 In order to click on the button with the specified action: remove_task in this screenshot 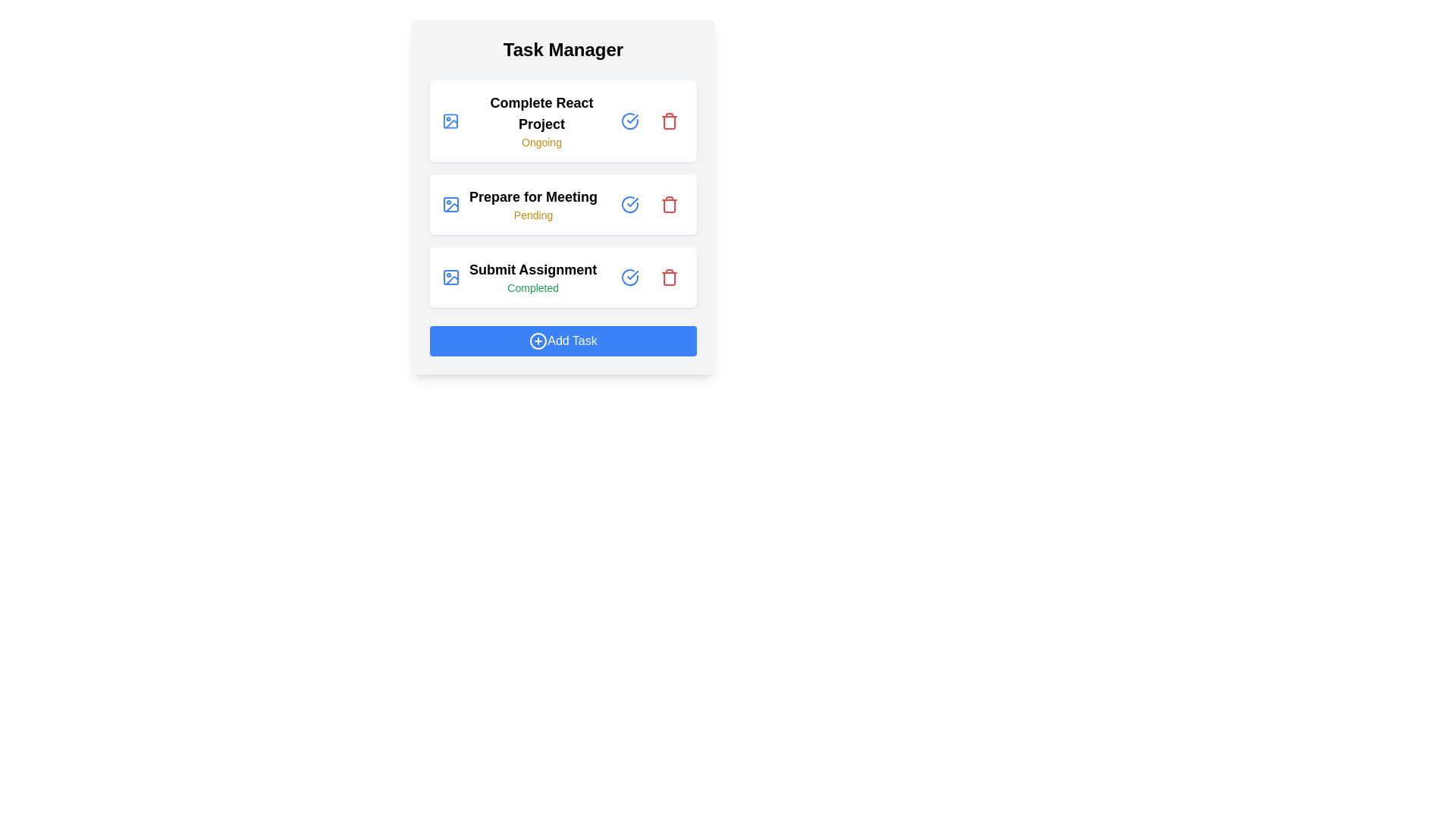, I will do `click(669, 120)`.